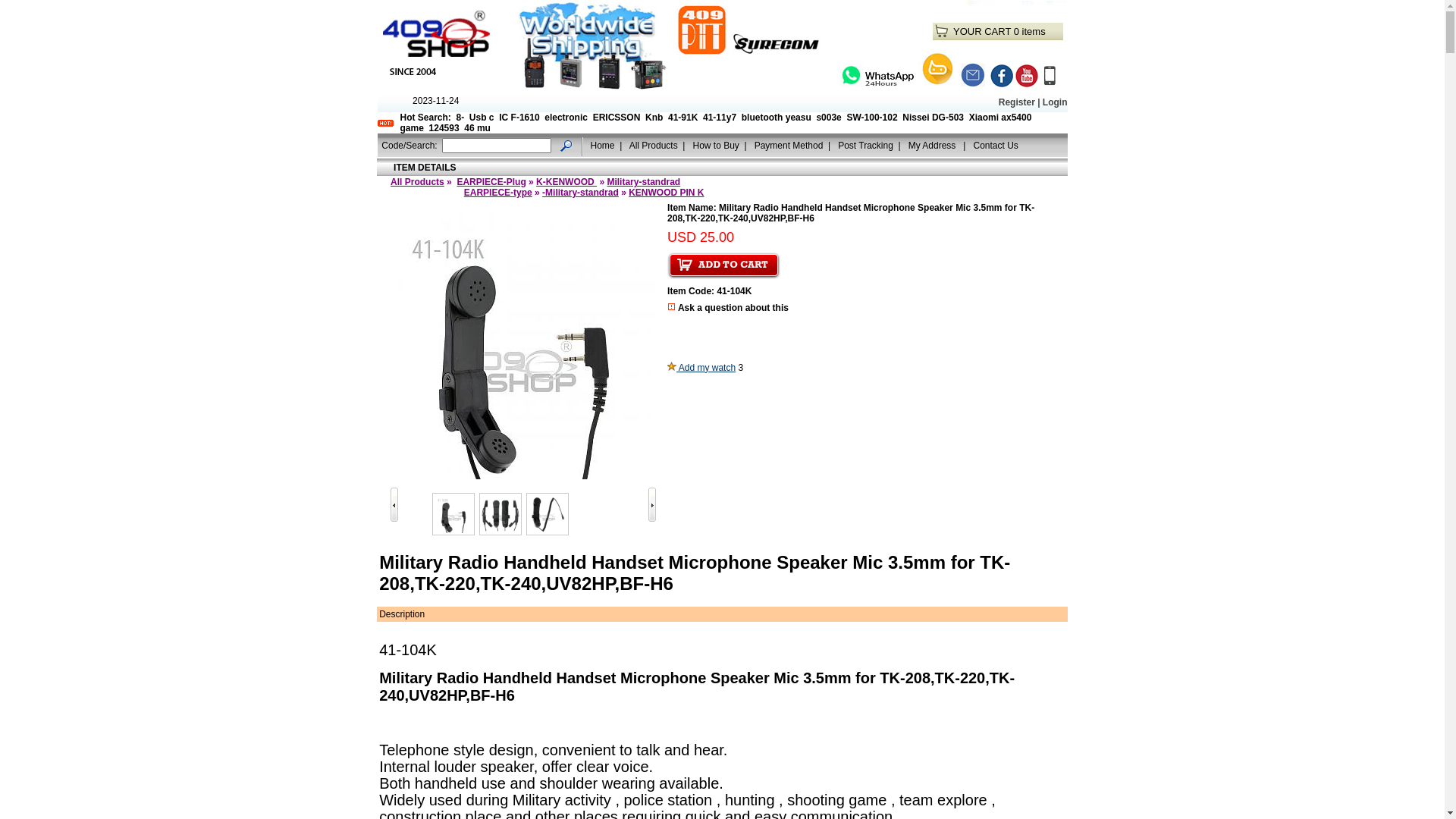 Image resolution: width=1456 pixels, height=819 pixels. I want to click on 'EARPIECE-type', so click(498, 192).